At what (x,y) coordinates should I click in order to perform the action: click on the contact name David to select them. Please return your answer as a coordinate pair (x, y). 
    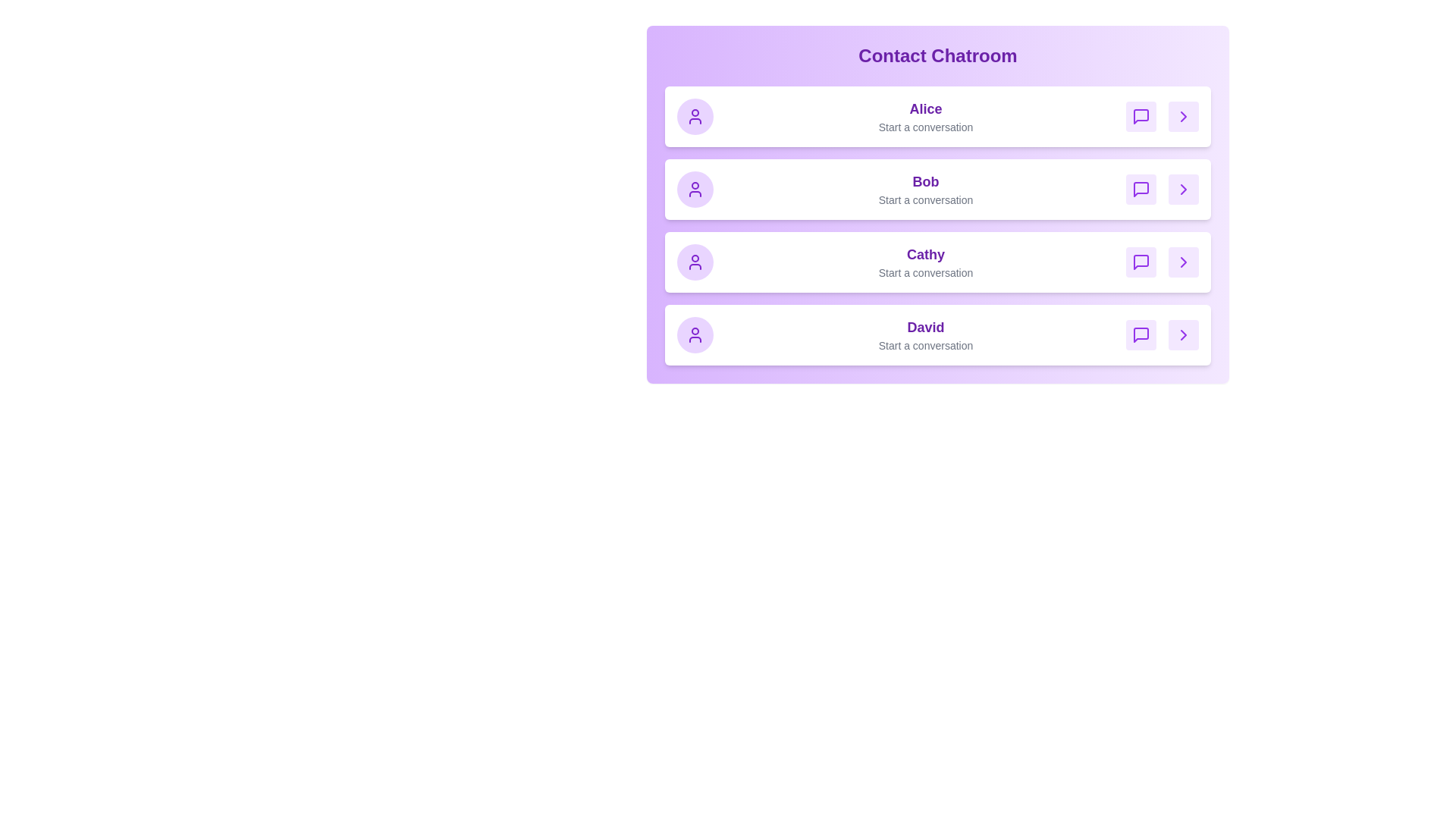
    Looking at the image, I should click on (924, 327).